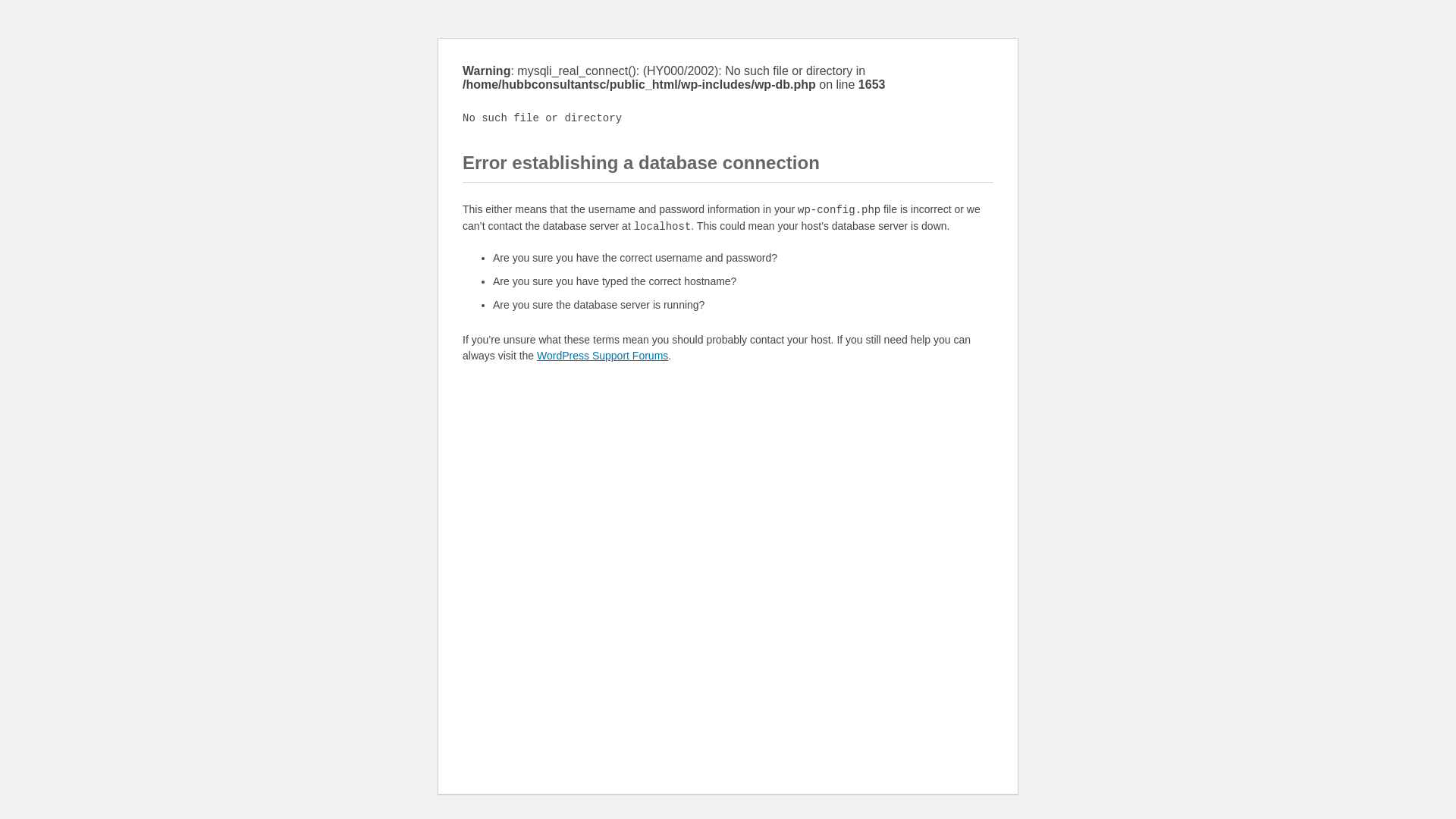  What do you see at coordinates (601, 356) in the screenshot?
I see `'WordPress Support Forums'` at bounding box center [601, 356].